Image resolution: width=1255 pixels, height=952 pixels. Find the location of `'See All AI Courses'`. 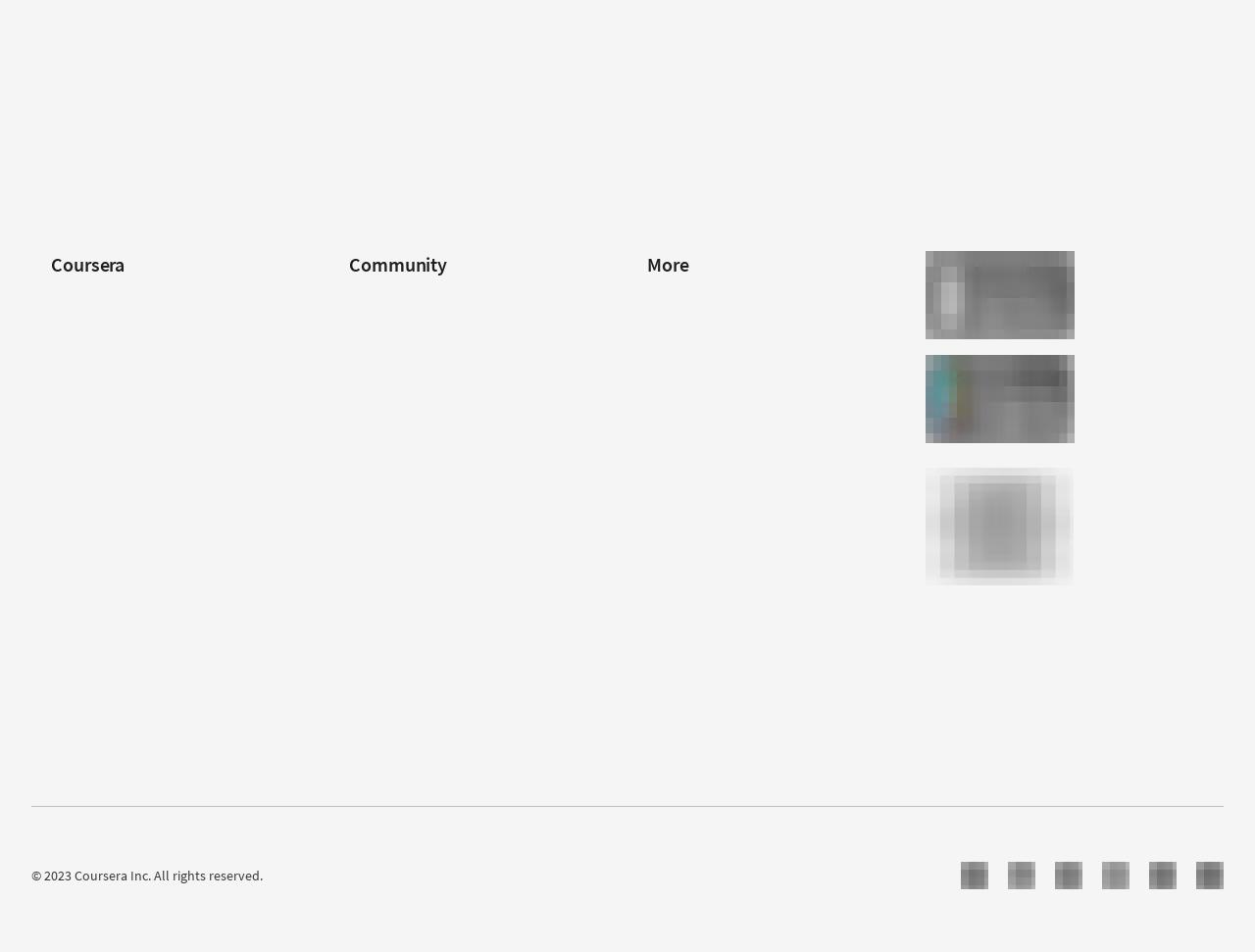

'See All AI Courses' is located at coordinates (101, 155).